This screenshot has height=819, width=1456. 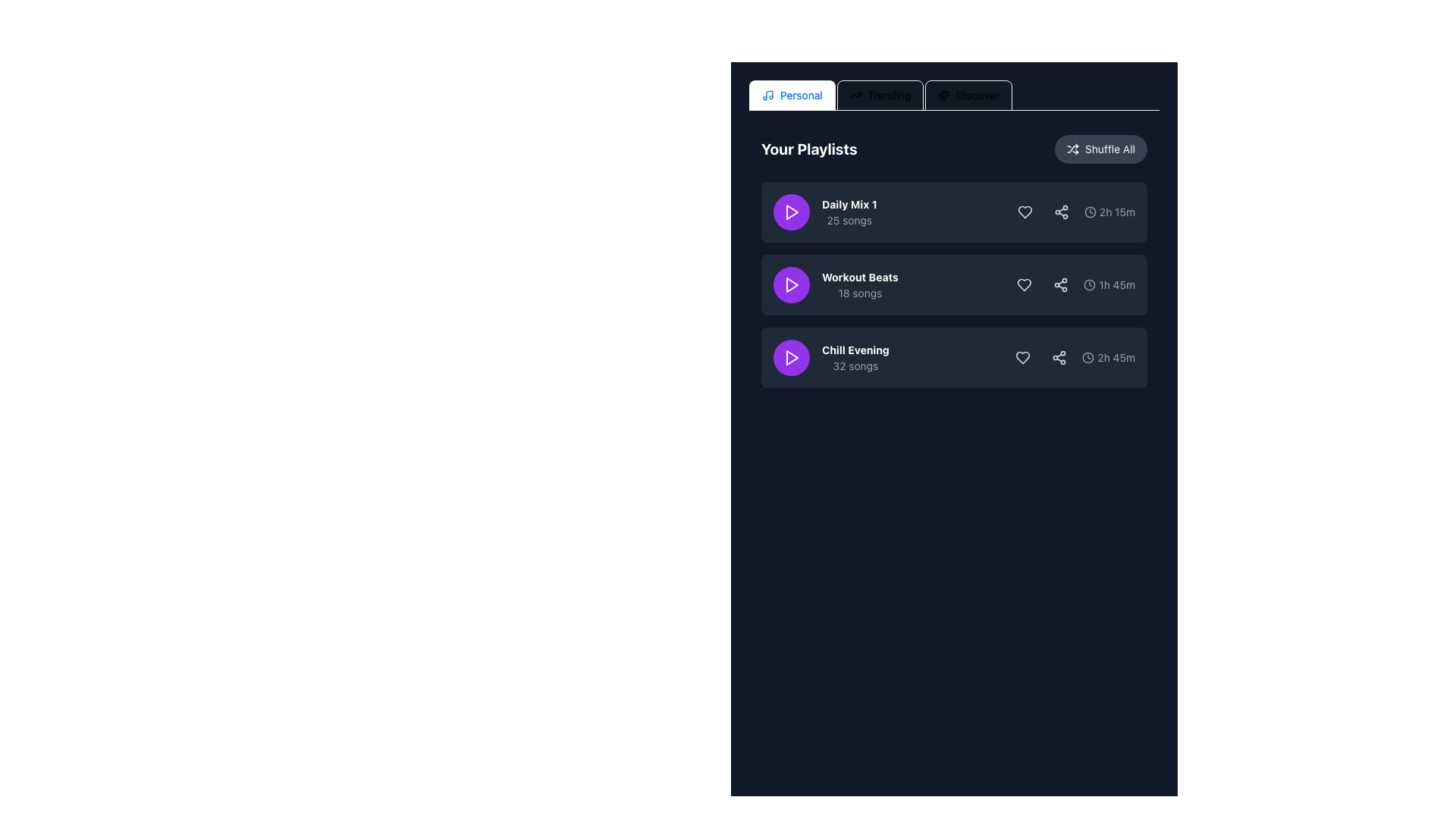 What do you see at coordinates (1059, 357) in the screenshot?
I see `the share button located between the heart-shaped button and the text '2h 45m' in the 'Chill Evening' playlist section` at bounding box center [1059, 357].